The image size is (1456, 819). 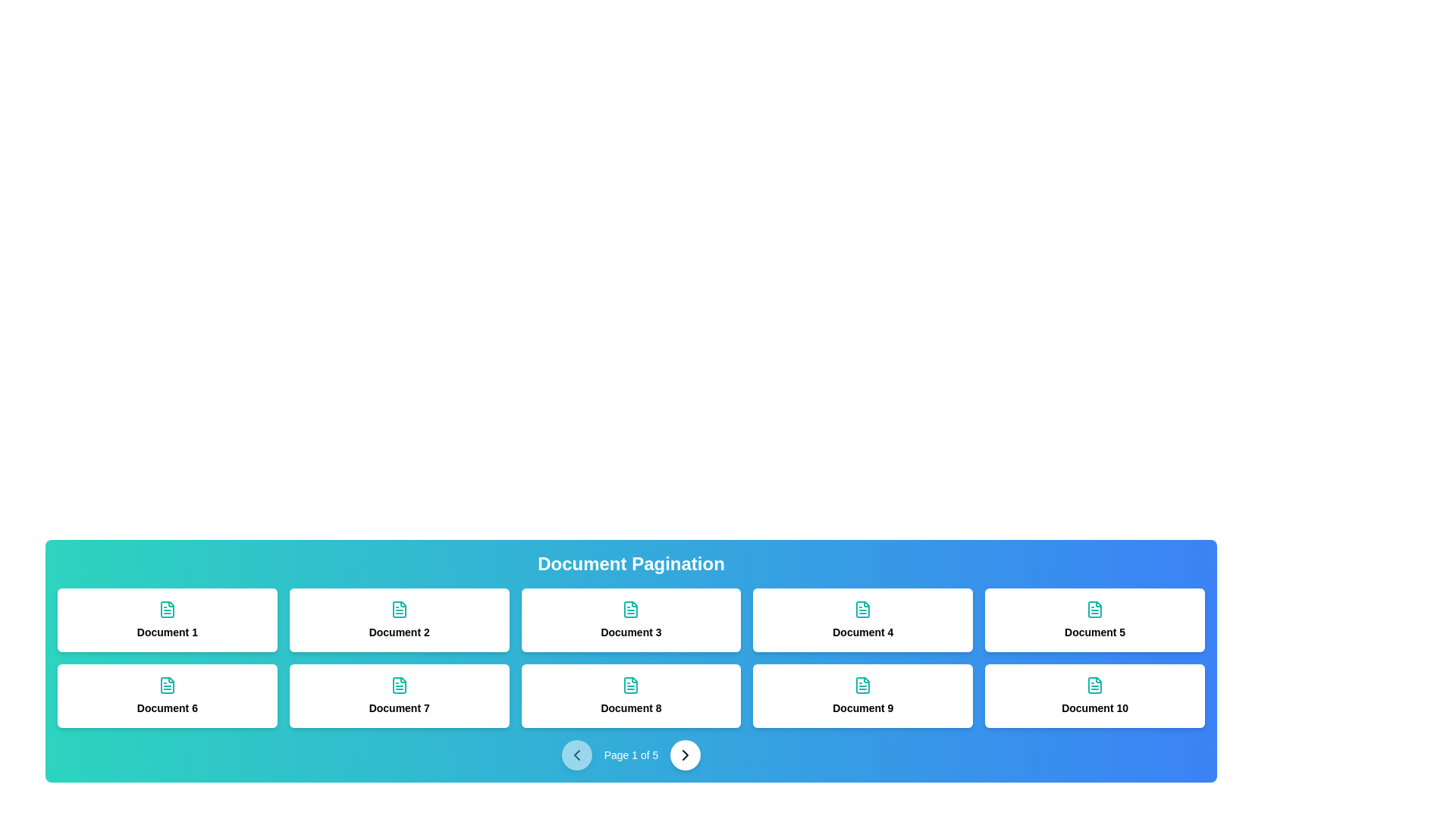 What do you see at coordinates (863, 708) in the screenshot?
I see `the label that identifies the associated document, which is located in the second row and second position from the left in a grid layout, below the document icon` at bounding box center [863, 708].